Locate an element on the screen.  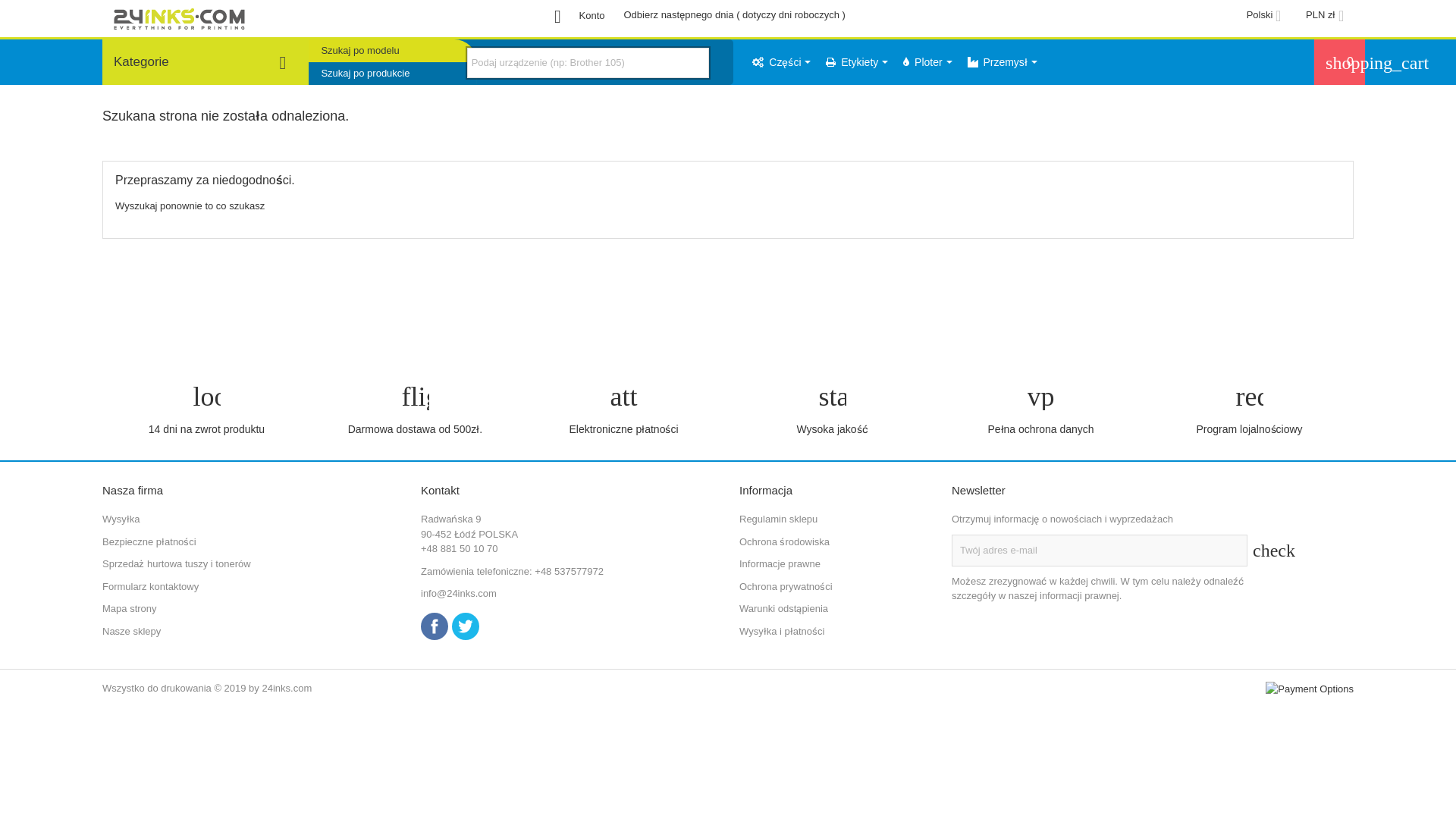
'loop is located at coordinates (206, 409).